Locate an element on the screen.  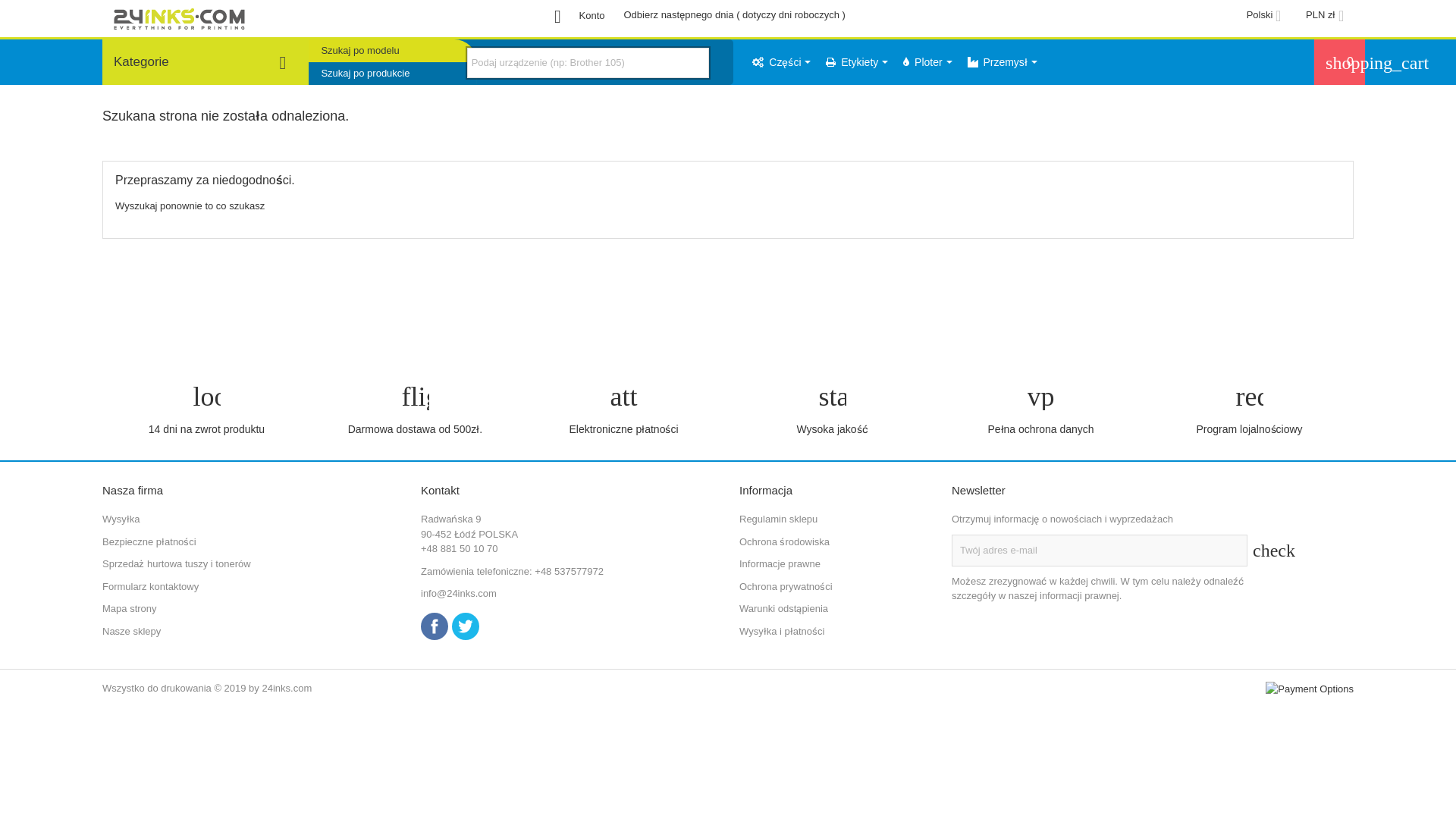
'loop is located at coordinates (206, 409).